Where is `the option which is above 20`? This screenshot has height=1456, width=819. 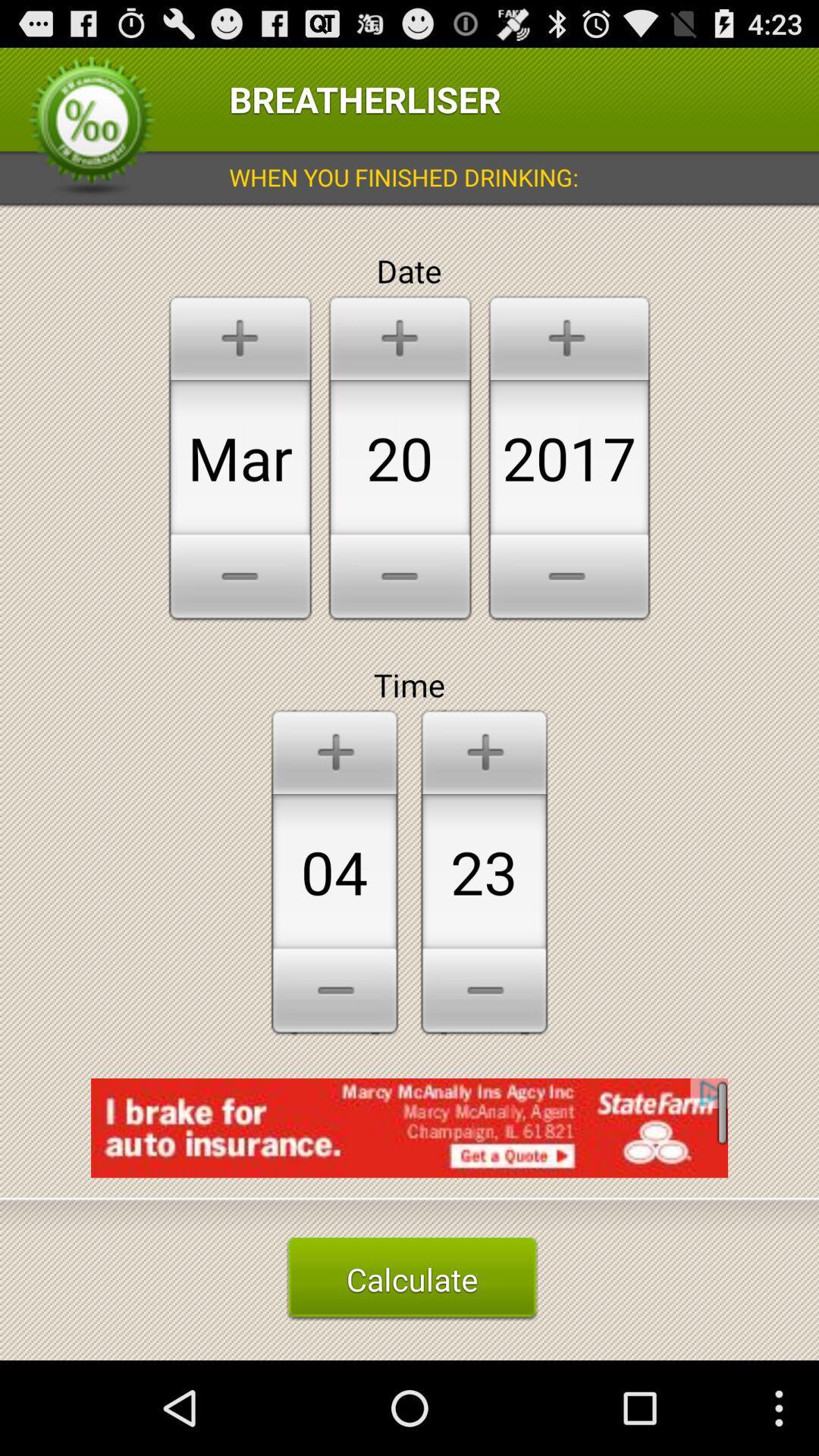 the option which is above 20 is located at coordinates (399, 335).